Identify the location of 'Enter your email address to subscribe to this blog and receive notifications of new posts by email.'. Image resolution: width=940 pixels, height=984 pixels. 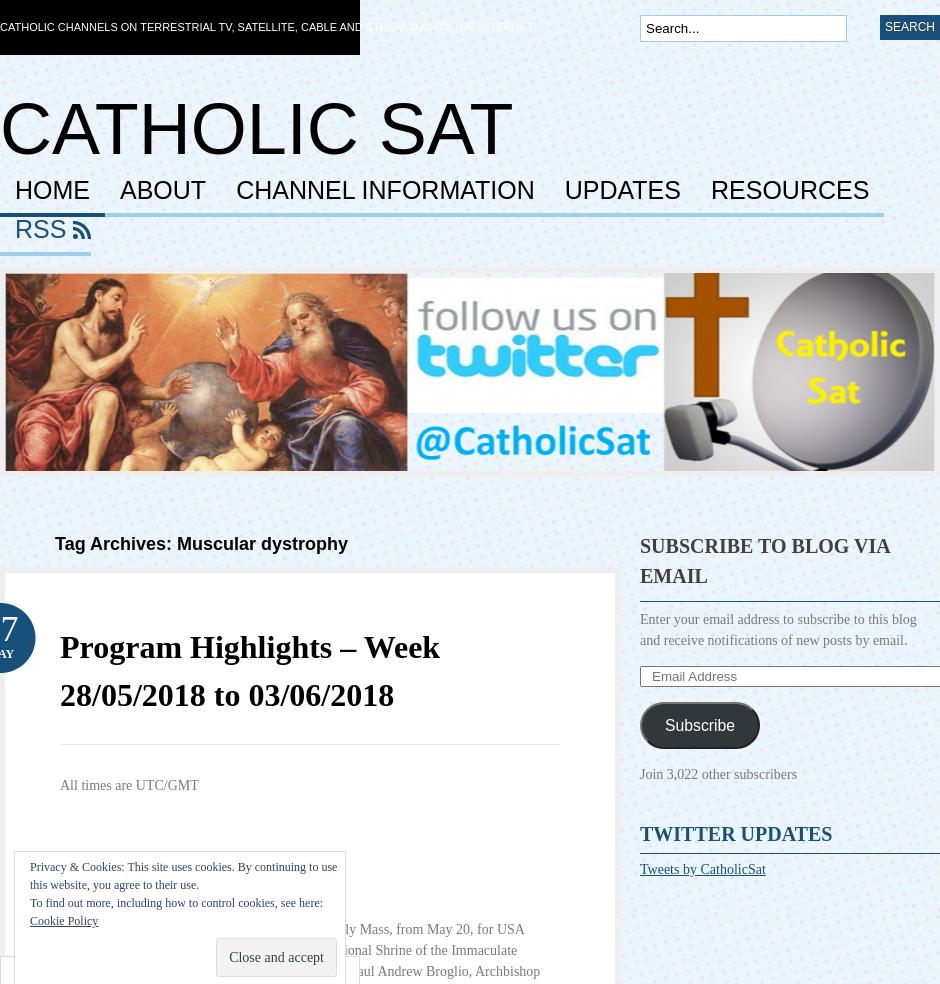
(777, 629).